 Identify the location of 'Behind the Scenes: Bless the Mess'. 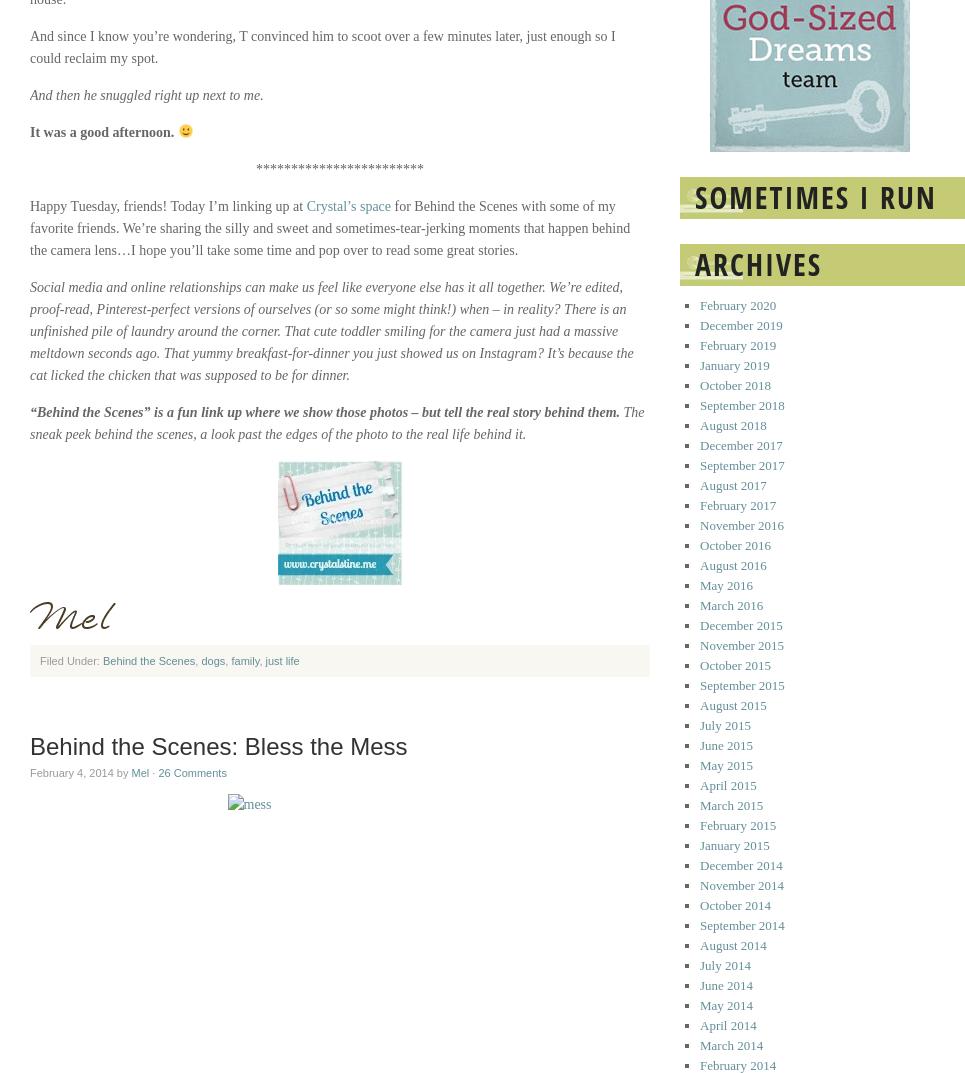
(218, 745).